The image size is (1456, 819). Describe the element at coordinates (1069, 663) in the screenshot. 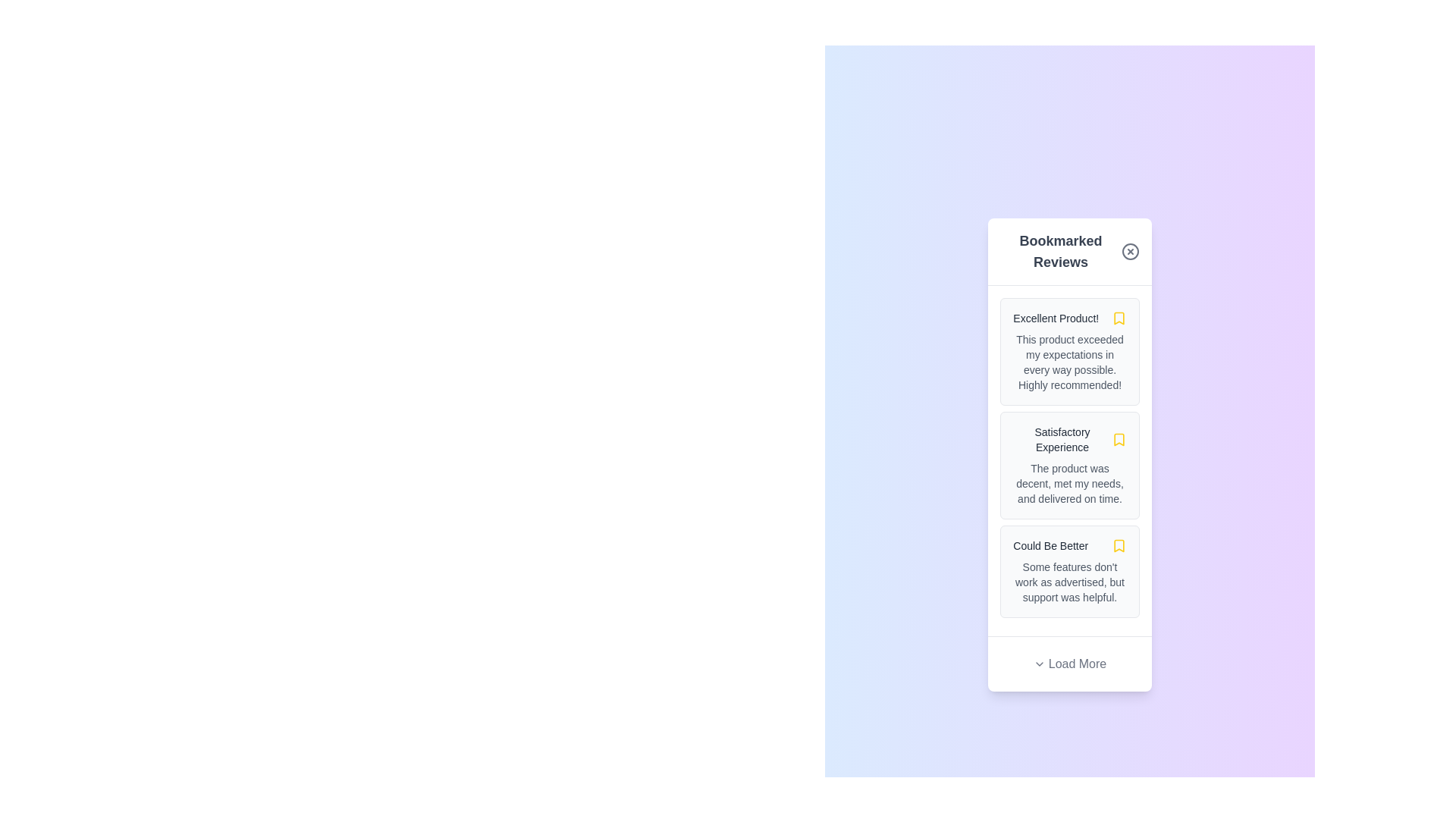

I see `the 'Load More' button to fetch additional reviews` at that location.